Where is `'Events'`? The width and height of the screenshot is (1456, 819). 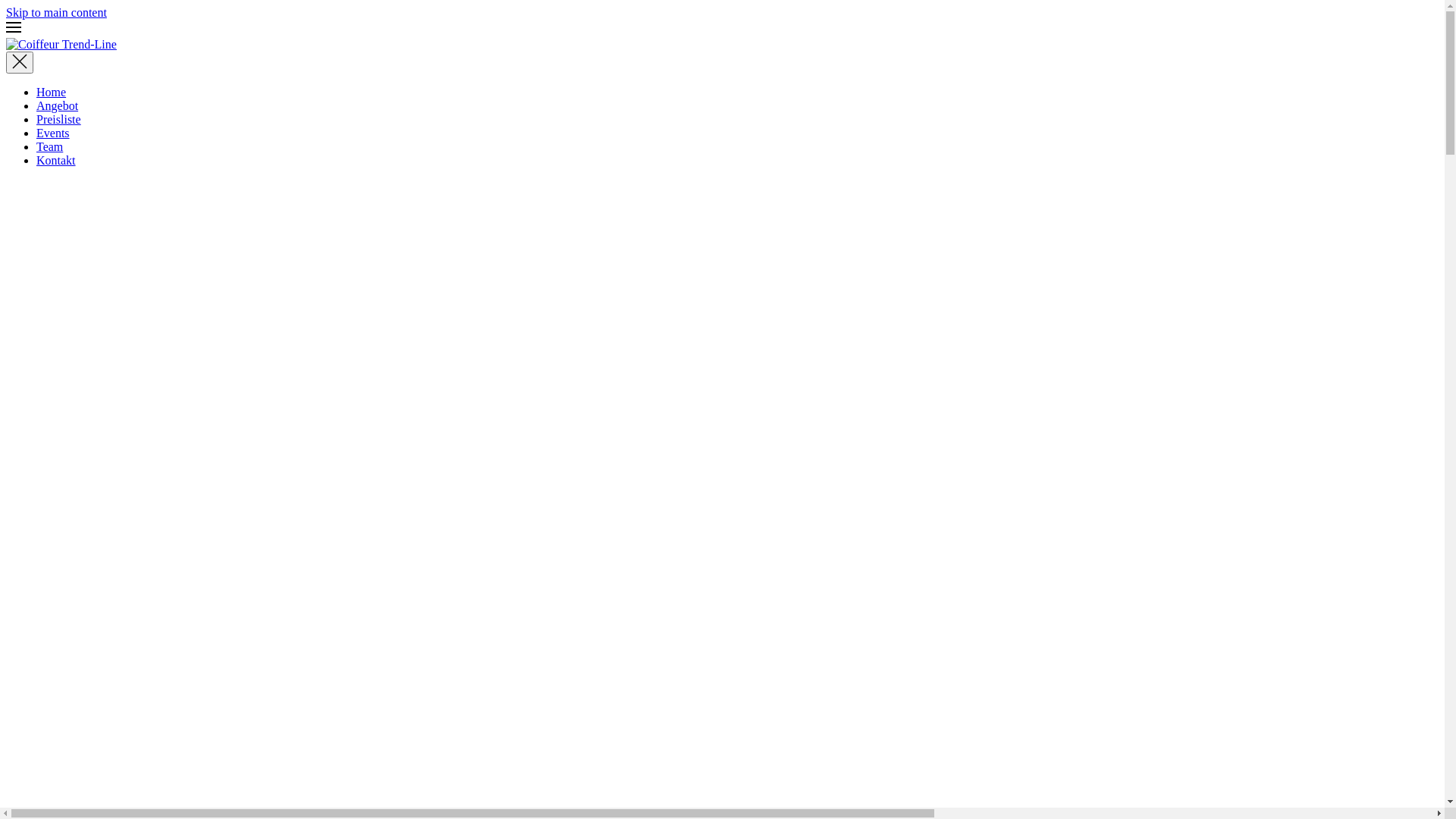 'Events' is located at coordinates (53, 132).